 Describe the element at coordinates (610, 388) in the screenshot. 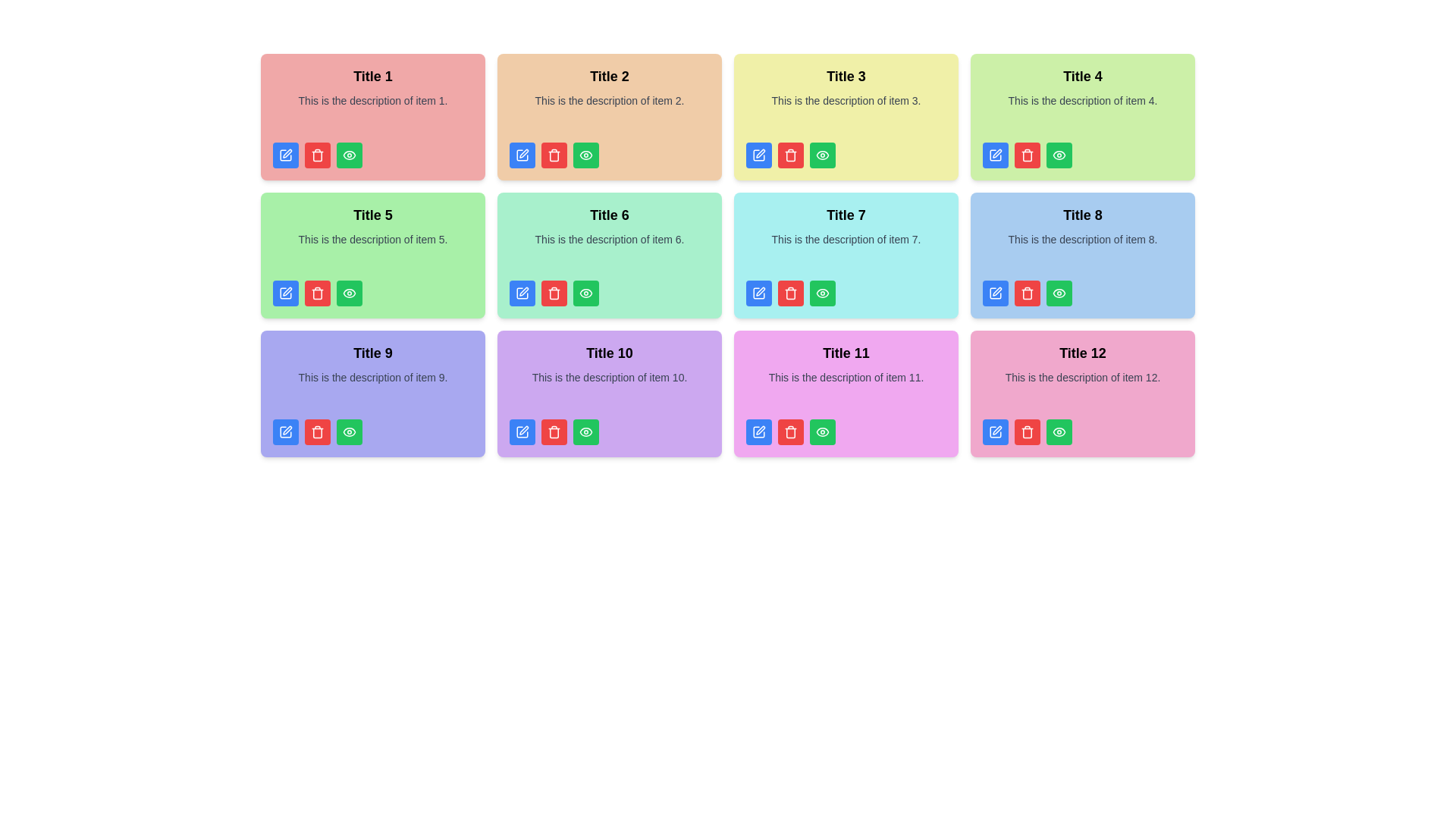

I see `the text block displaying the message 'This is the description of item 10.' which is located in the purple background card under the title 'Title 10'` at that location.